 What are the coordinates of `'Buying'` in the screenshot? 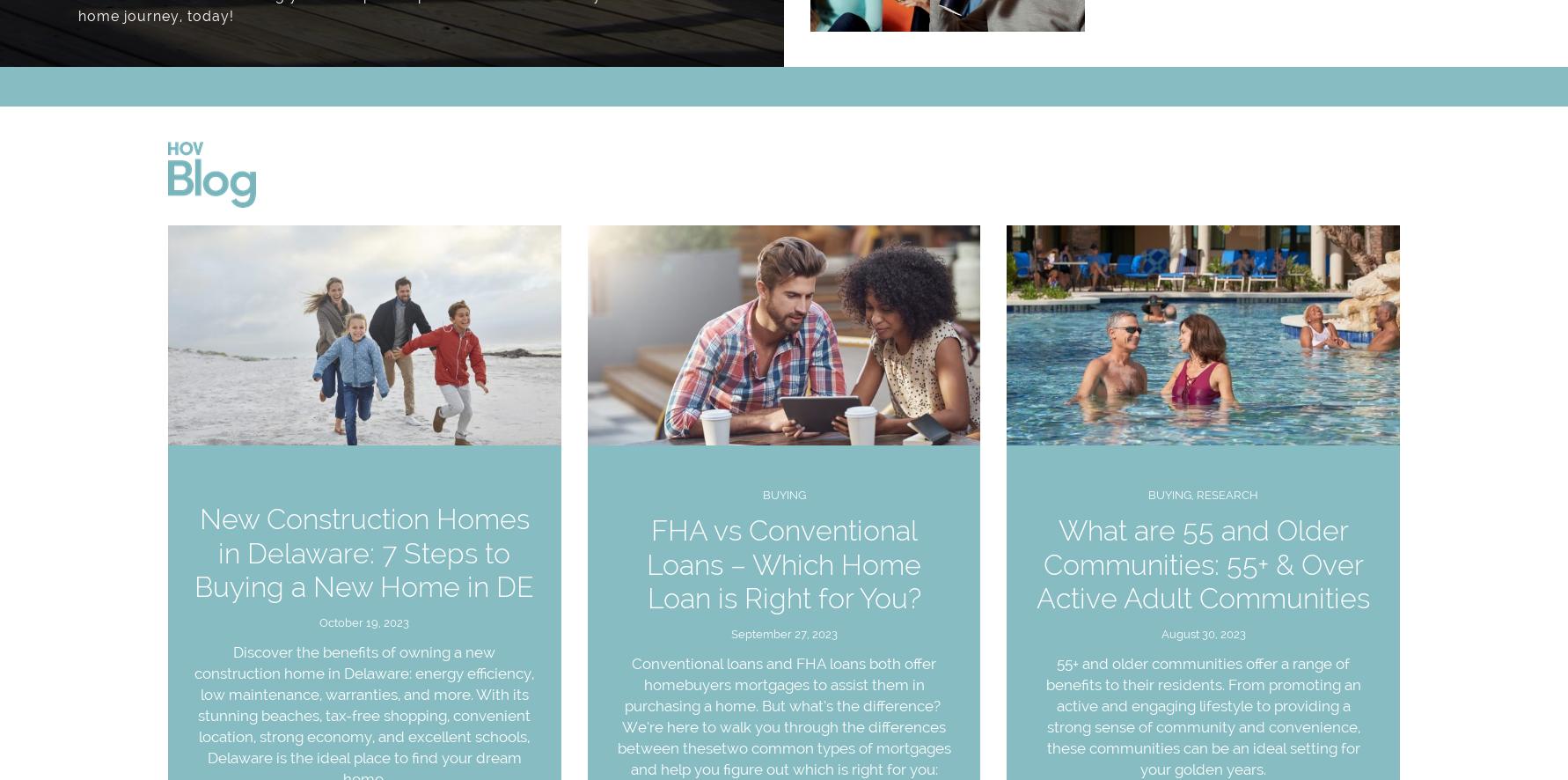 It's located at (761, 495).